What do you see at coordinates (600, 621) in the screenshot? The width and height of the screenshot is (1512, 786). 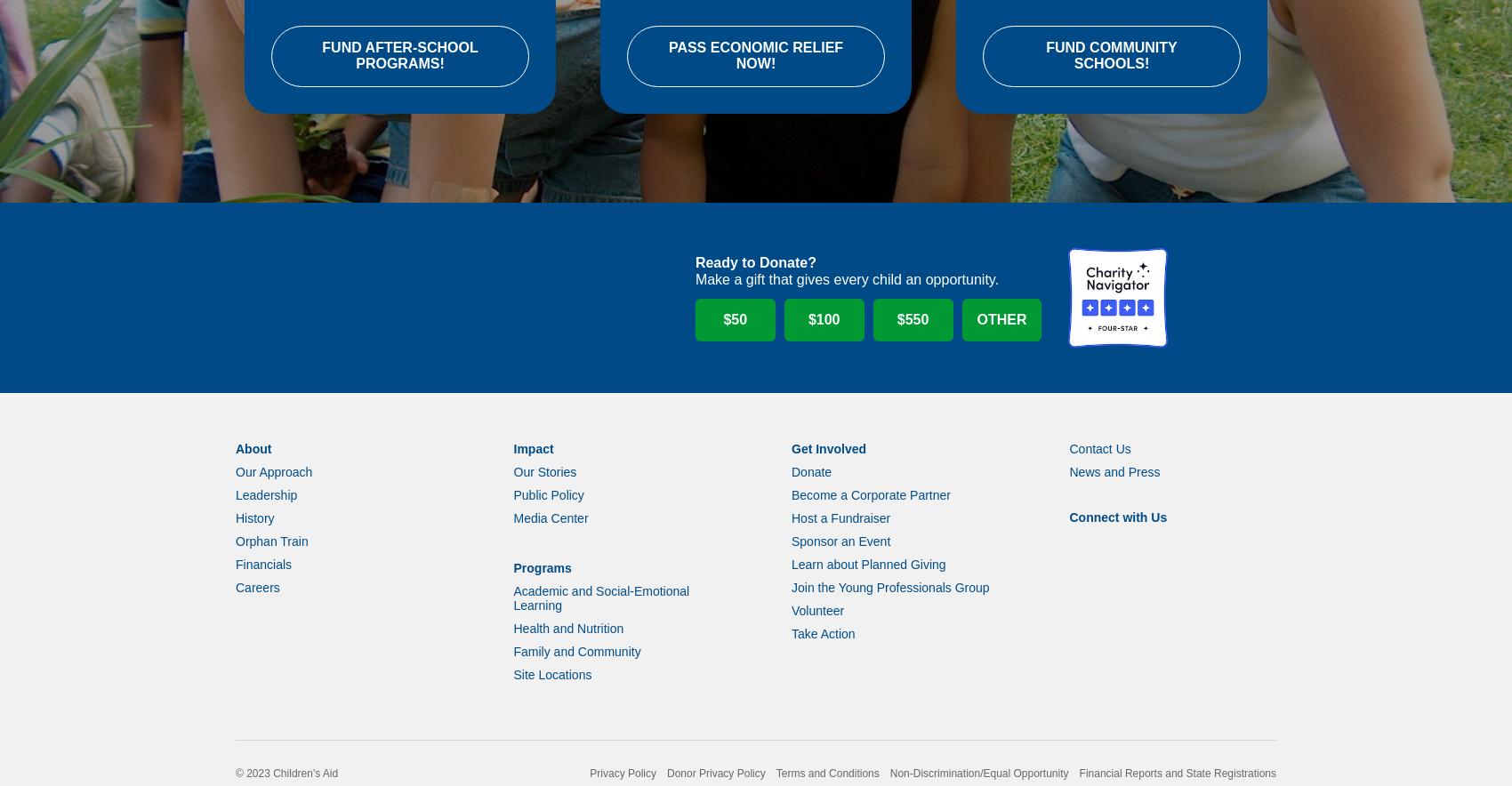 I see `'Academic and Social-Emotional Learning'` at bounding box center [600, 621].